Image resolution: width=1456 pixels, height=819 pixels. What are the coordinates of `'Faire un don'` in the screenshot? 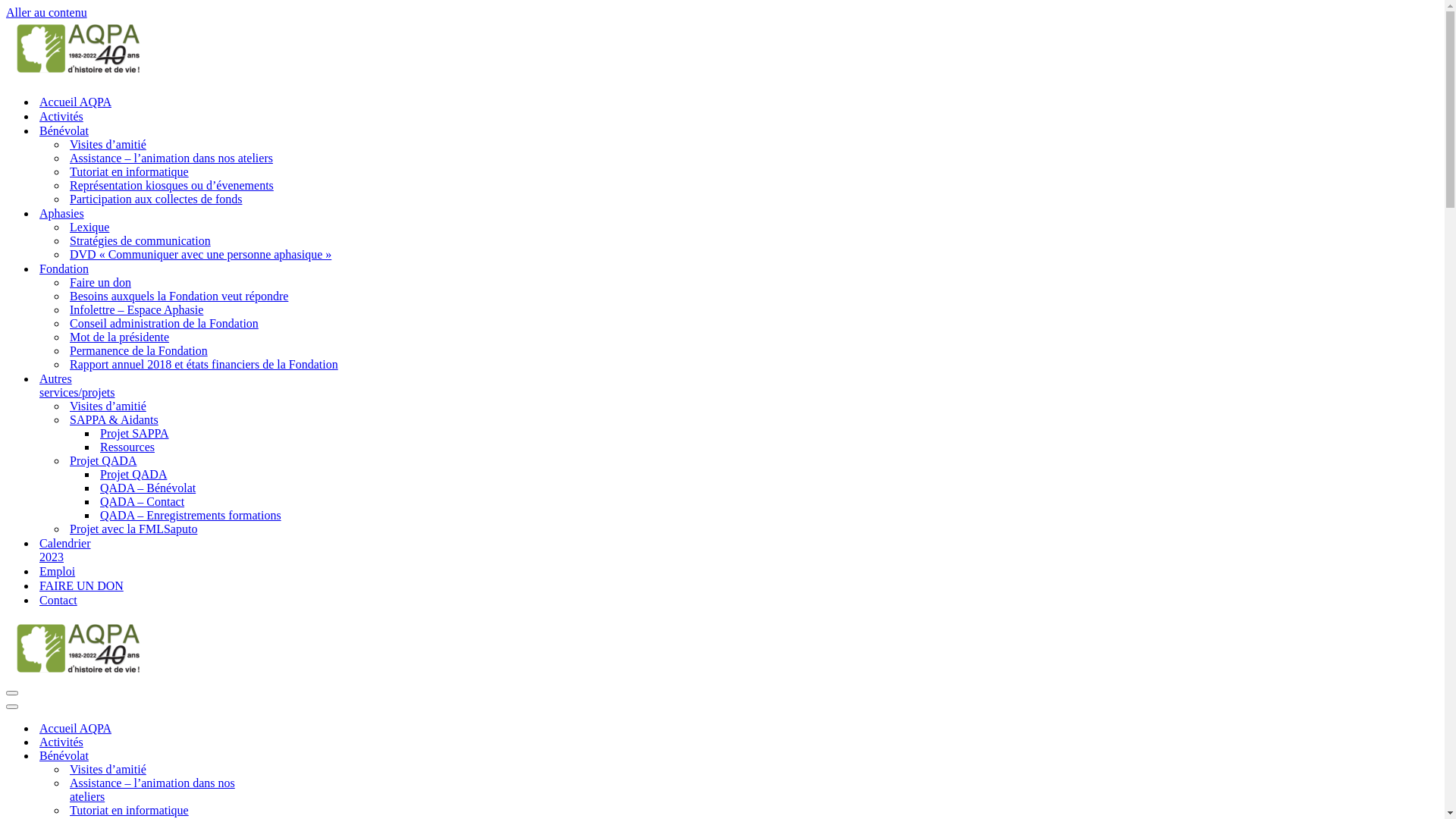 It's located at (99, 283).